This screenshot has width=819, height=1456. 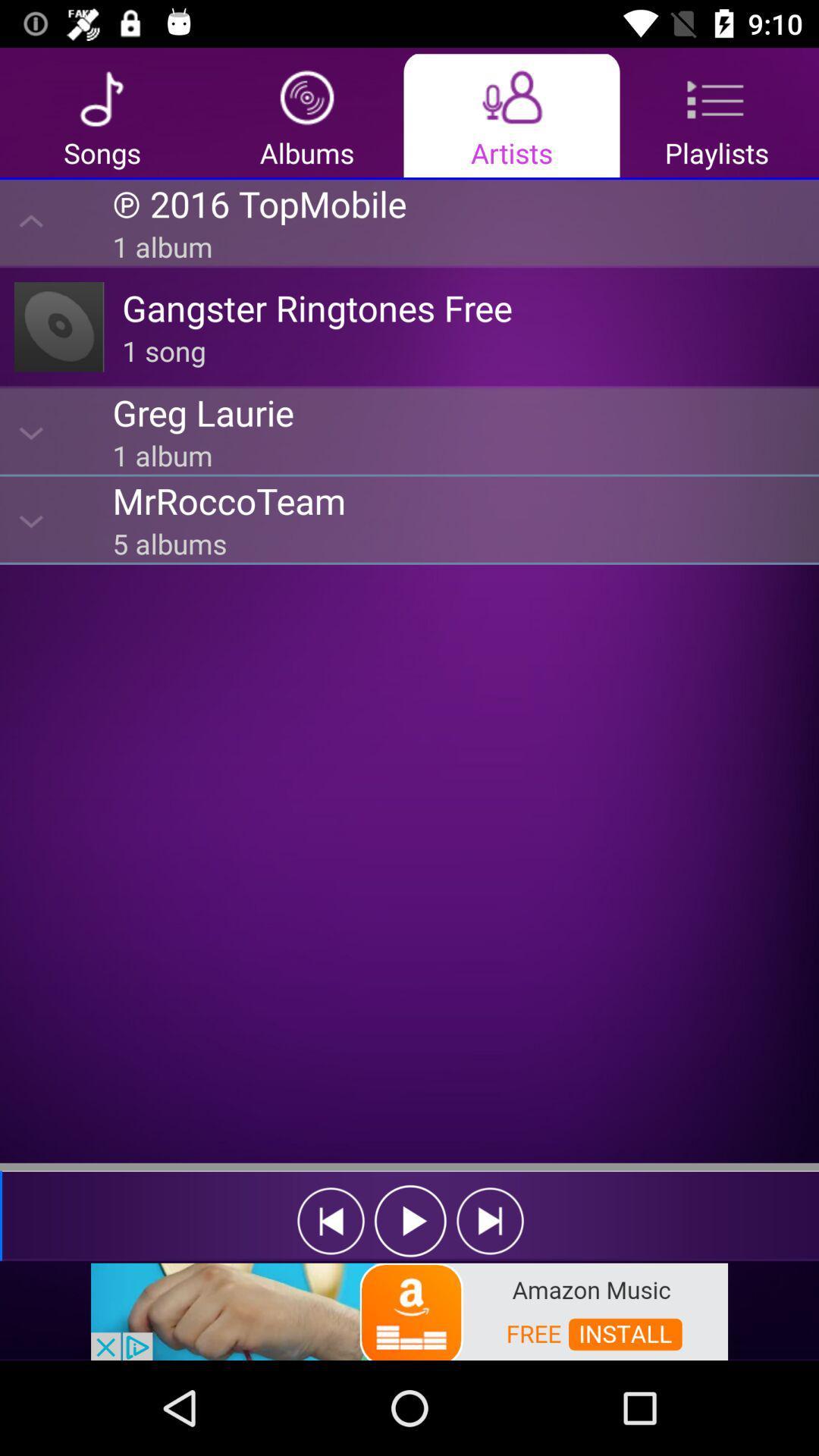 I want to click on play, so click(x=410, y=1221).